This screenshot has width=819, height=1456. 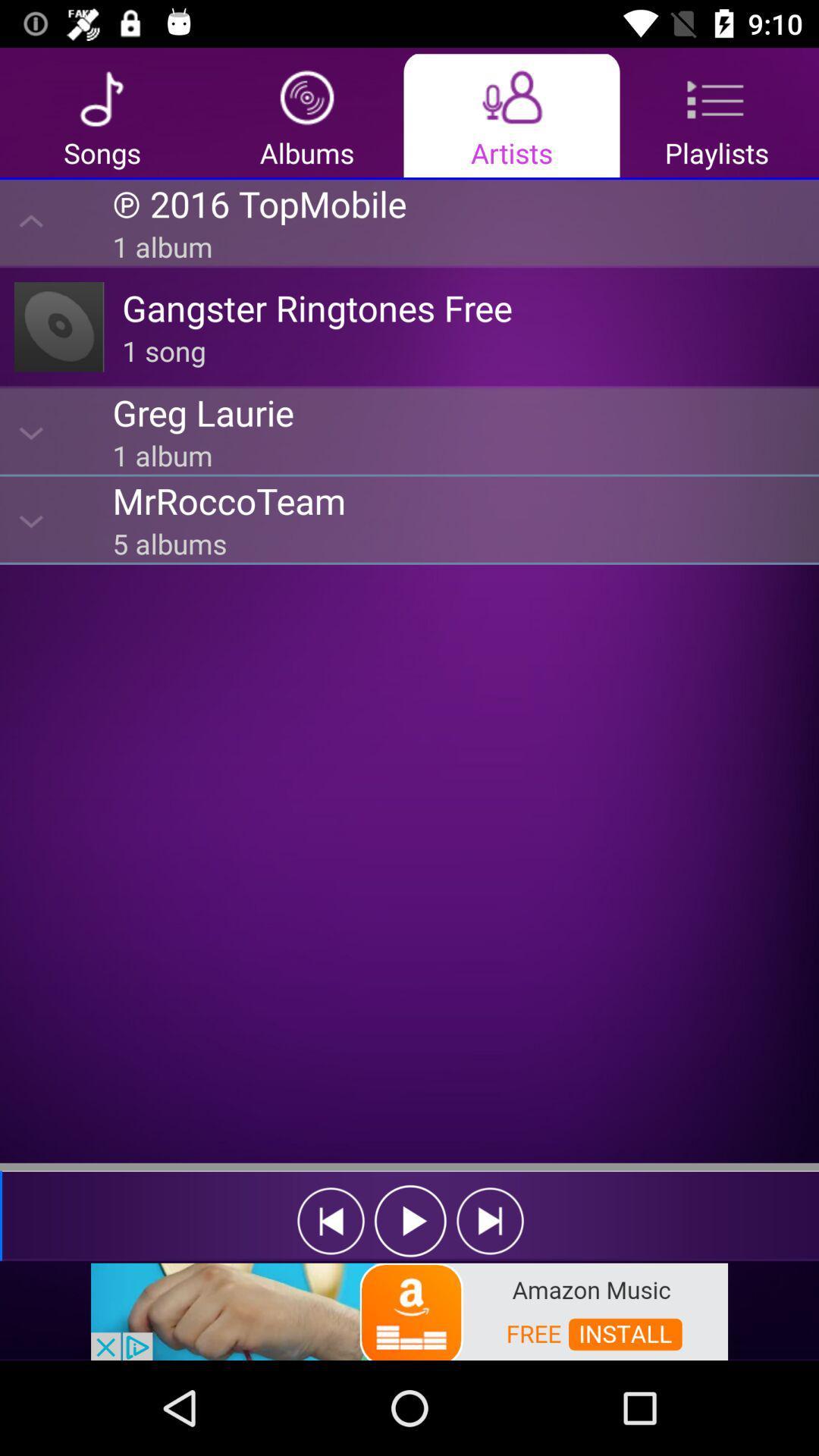 I want to click on play, so click(x=410, y=1221).